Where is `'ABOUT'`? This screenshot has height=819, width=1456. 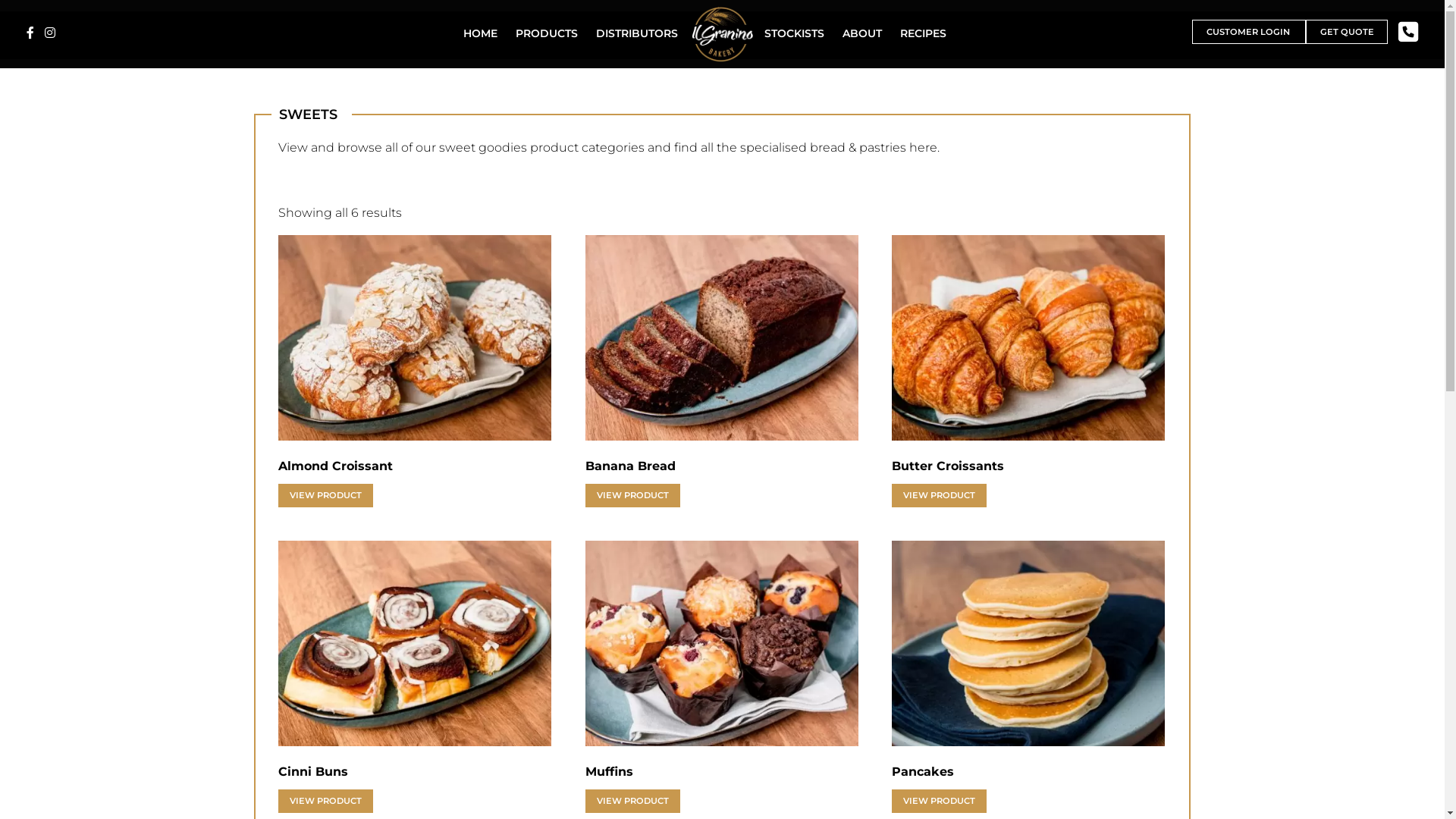
'ABOUT' is located at coordinates (862, 33).